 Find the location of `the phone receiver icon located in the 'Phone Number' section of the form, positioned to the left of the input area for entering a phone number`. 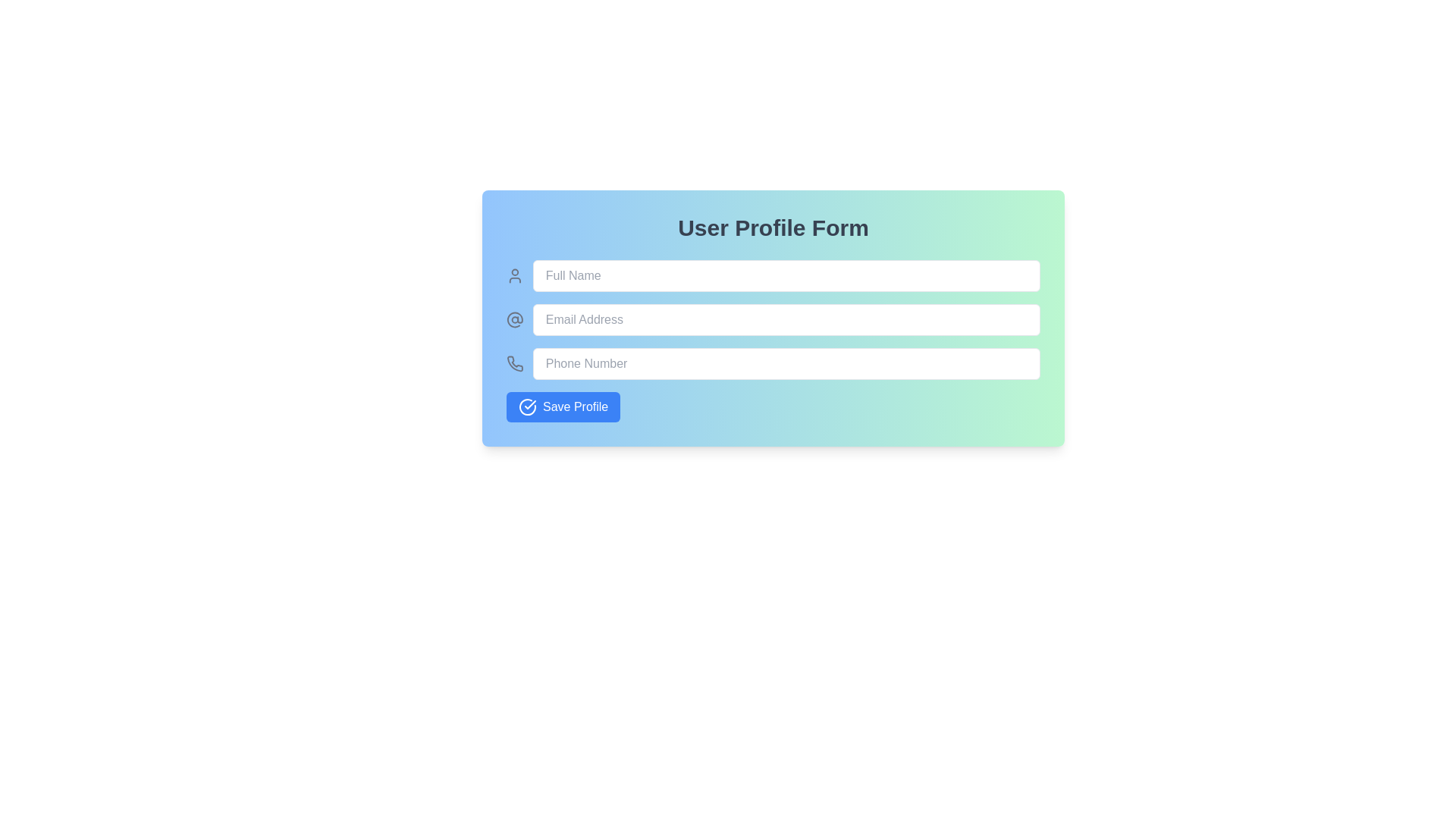

the phone receiver icon located in the 'Phone Number' section of the form, positioned to the left of the input area for entering a phone number is located at coordinates (515, 363).